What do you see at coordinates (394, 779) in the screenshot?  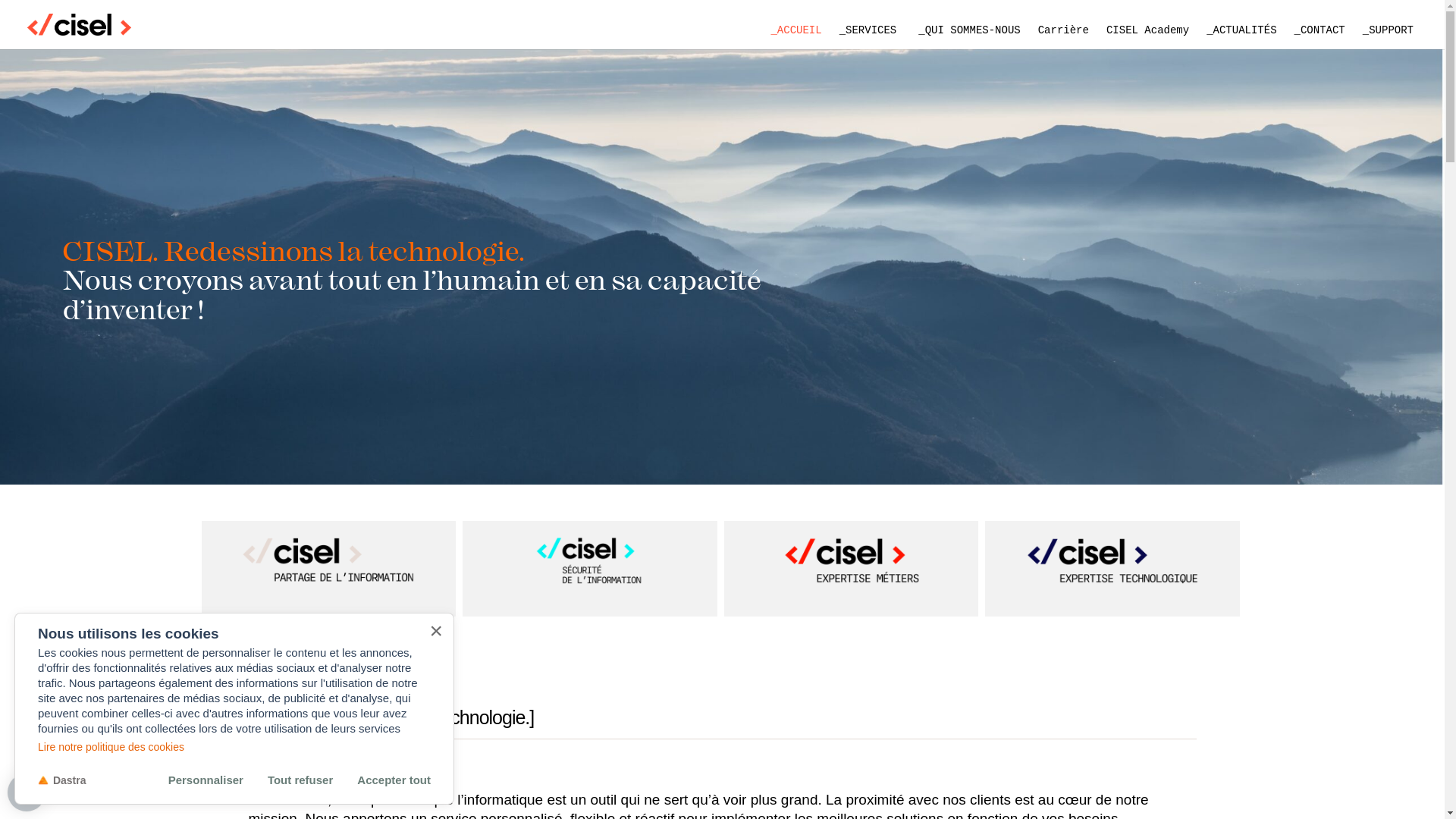 I see `'Accepter tout'` at bounding box center [394, 779].